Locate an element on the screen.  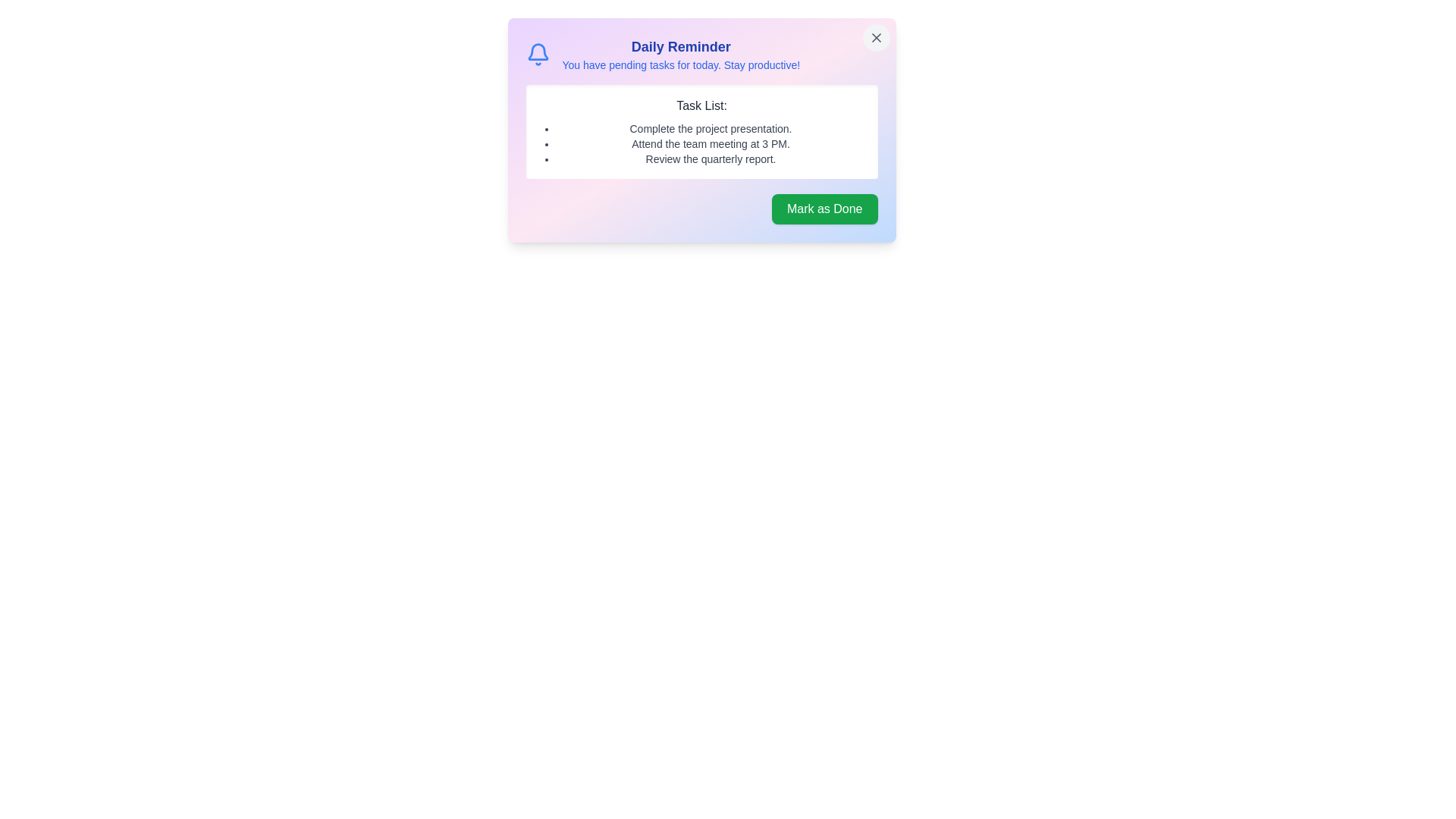
the 'Mark as Done' button to acknowledge the task list as done is located at coordinates (824, 209).